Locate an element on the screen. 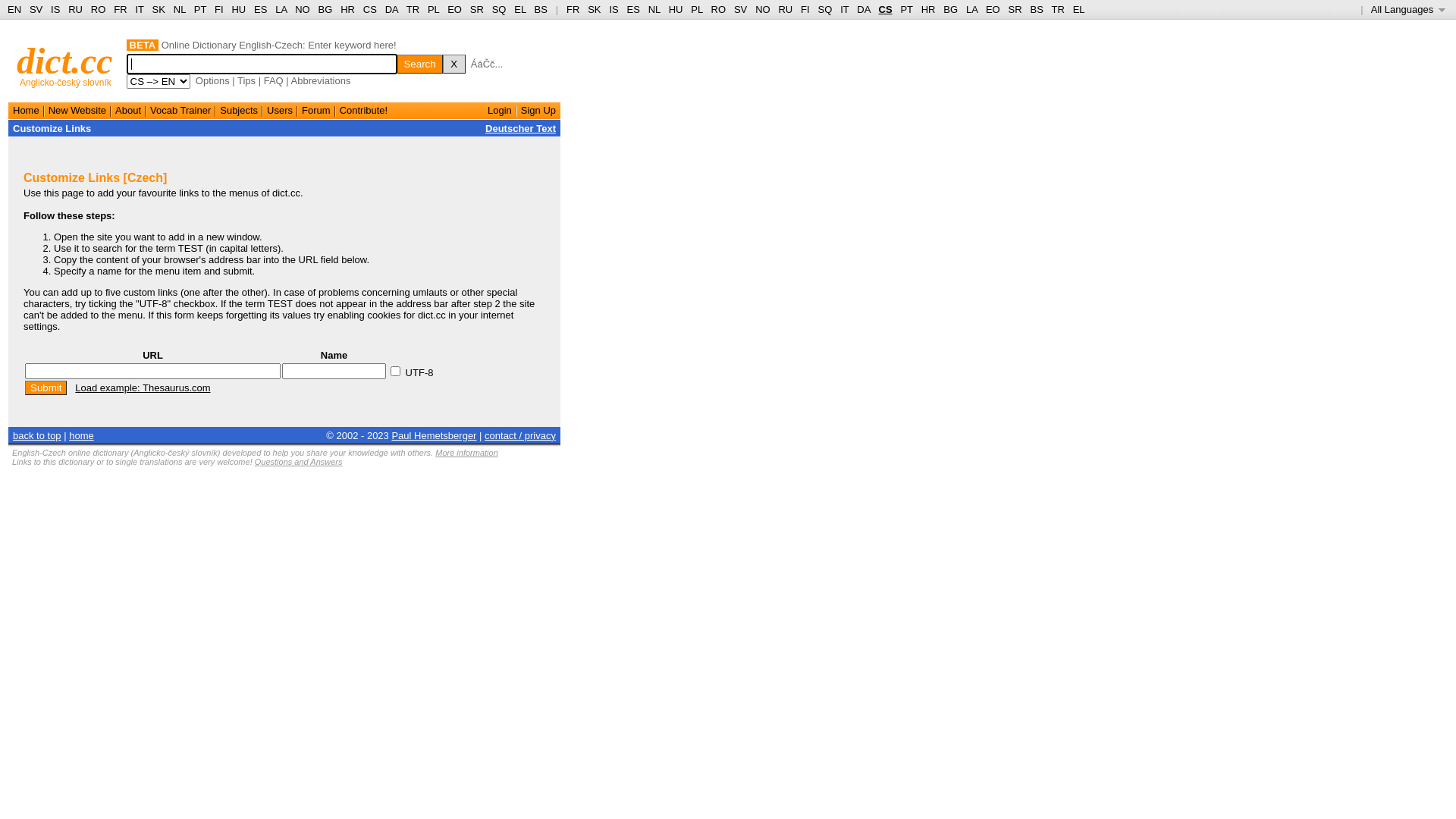 The width and height of the screenshot is (1456, 819). 'Sign Up' is located at coordinates (538, 109).